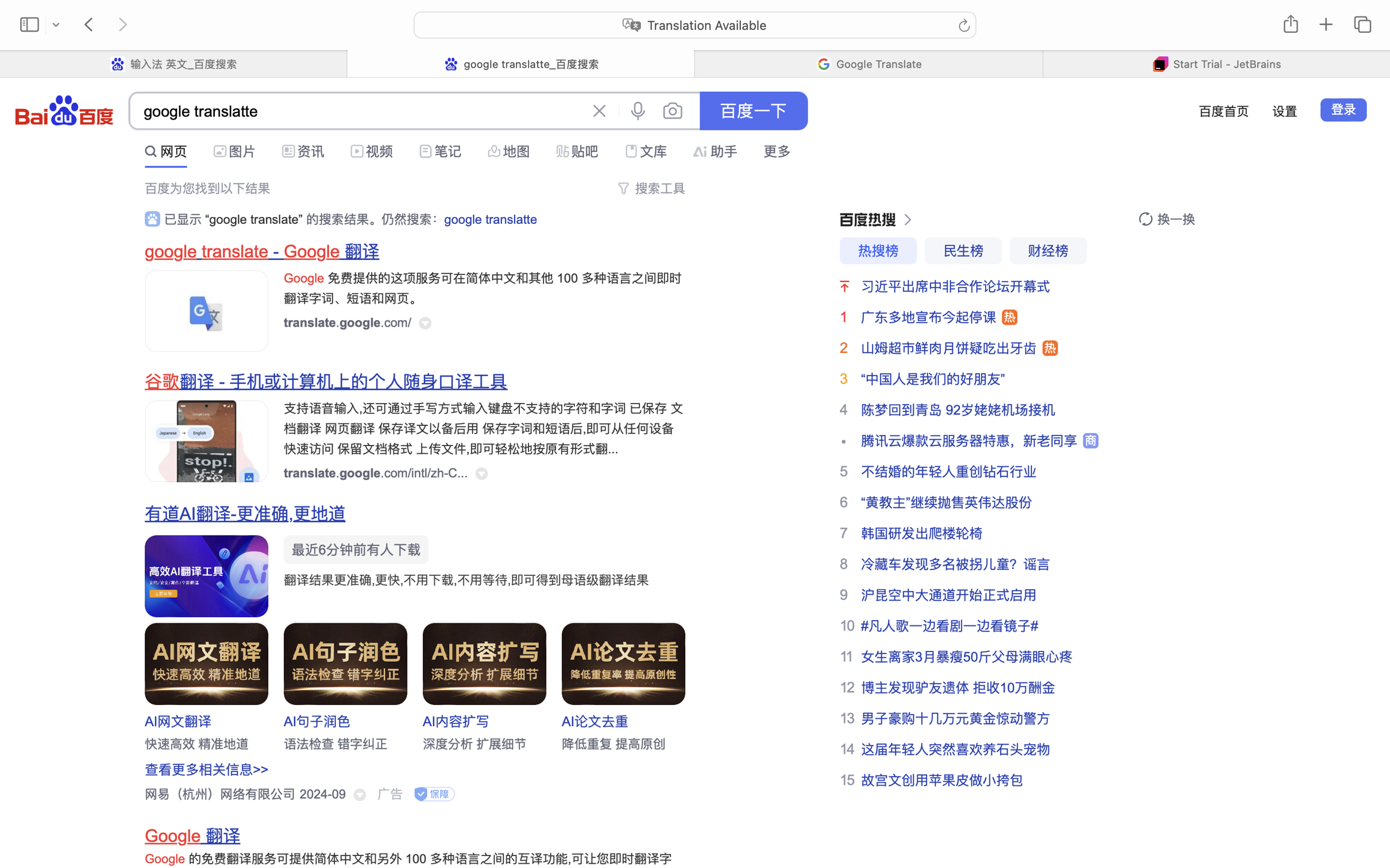 The width and height of the screenshot is (1390, 868). What do you see at coordinates (207, 188) in the screenshot?
I see `'百度为您找到以下结果'` at bounding box center [207, 188].